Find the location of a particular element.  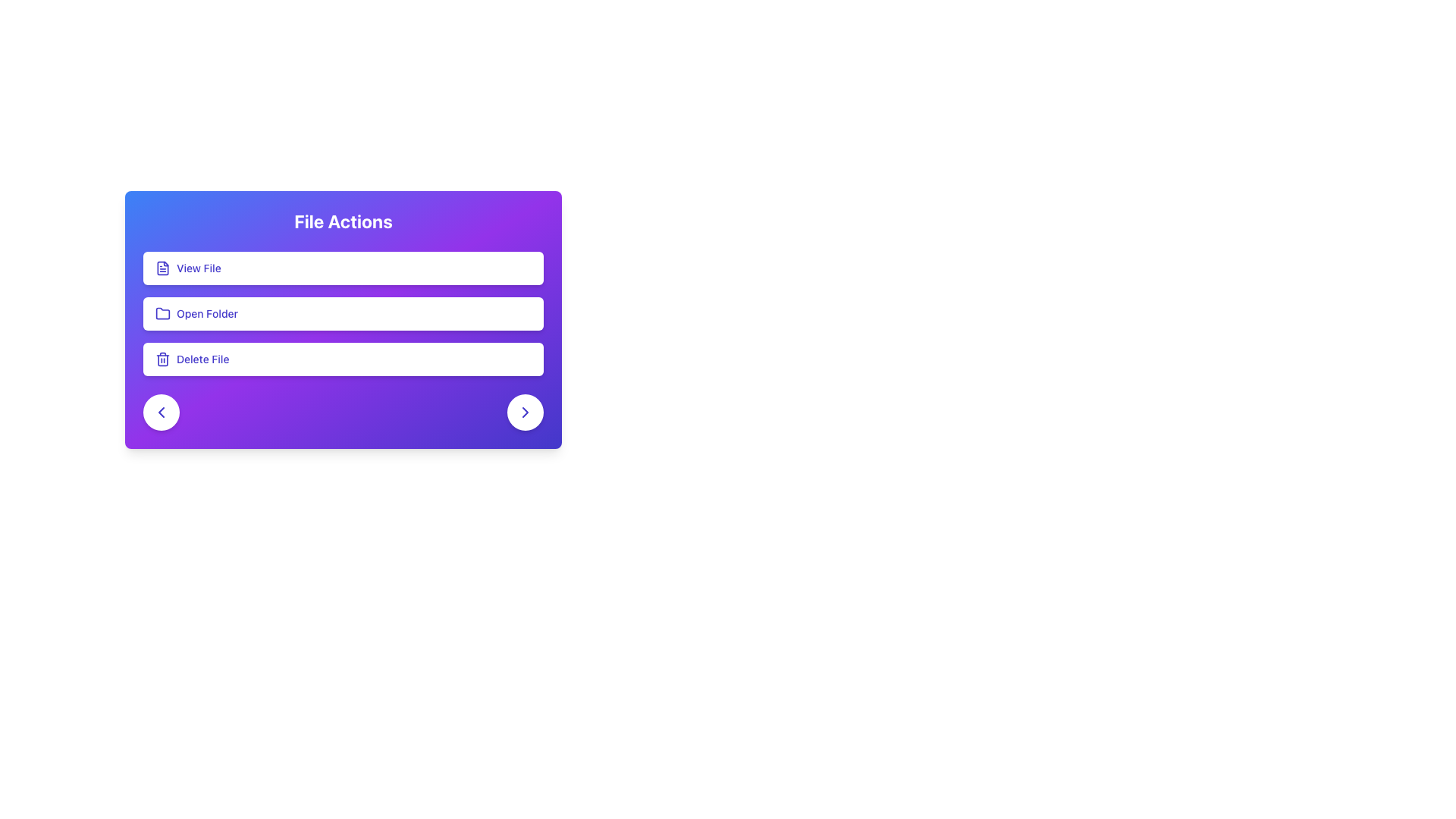

the 'View File' button, which features a file icon on the left and blue text is located at coordinates (187, 268).